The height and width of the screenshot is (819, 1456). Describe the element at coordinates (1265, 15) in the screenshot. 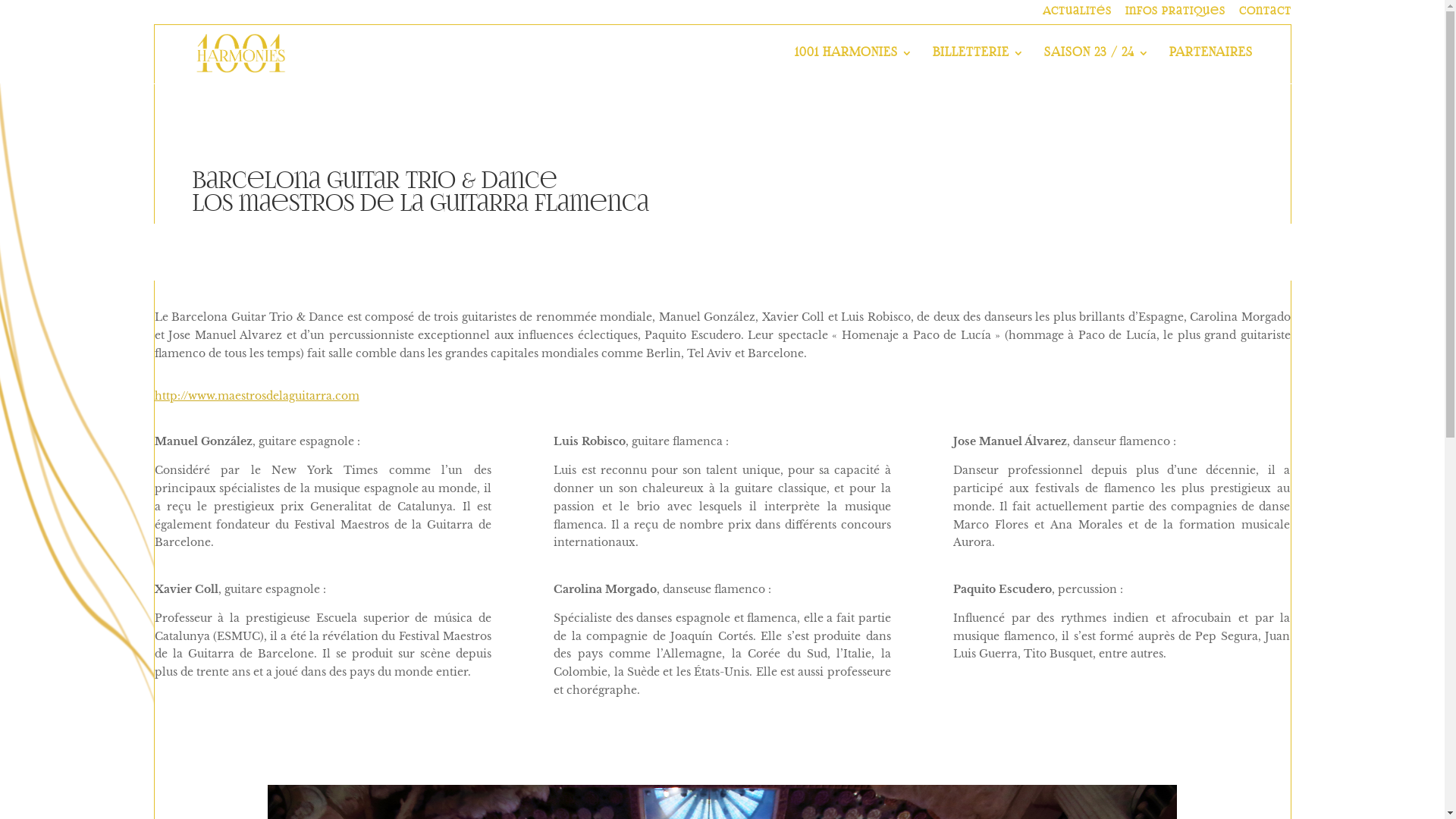

I see `'Contact'` at that location.